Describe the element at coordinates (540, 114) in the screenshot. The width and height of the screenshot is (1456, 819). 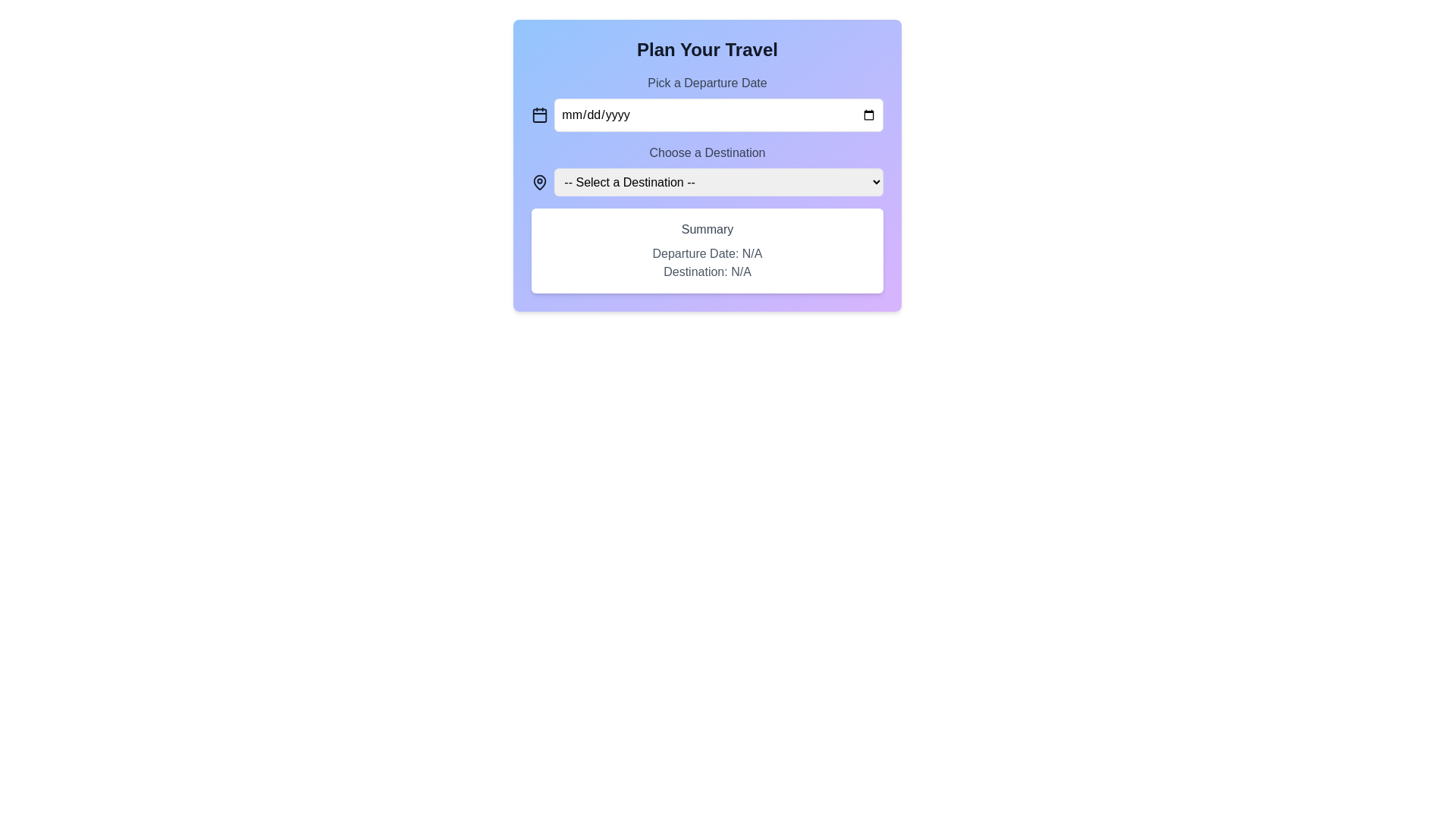
I see `the calendar icon, which has a square shape with a highlighted header and a black outline` at that location.